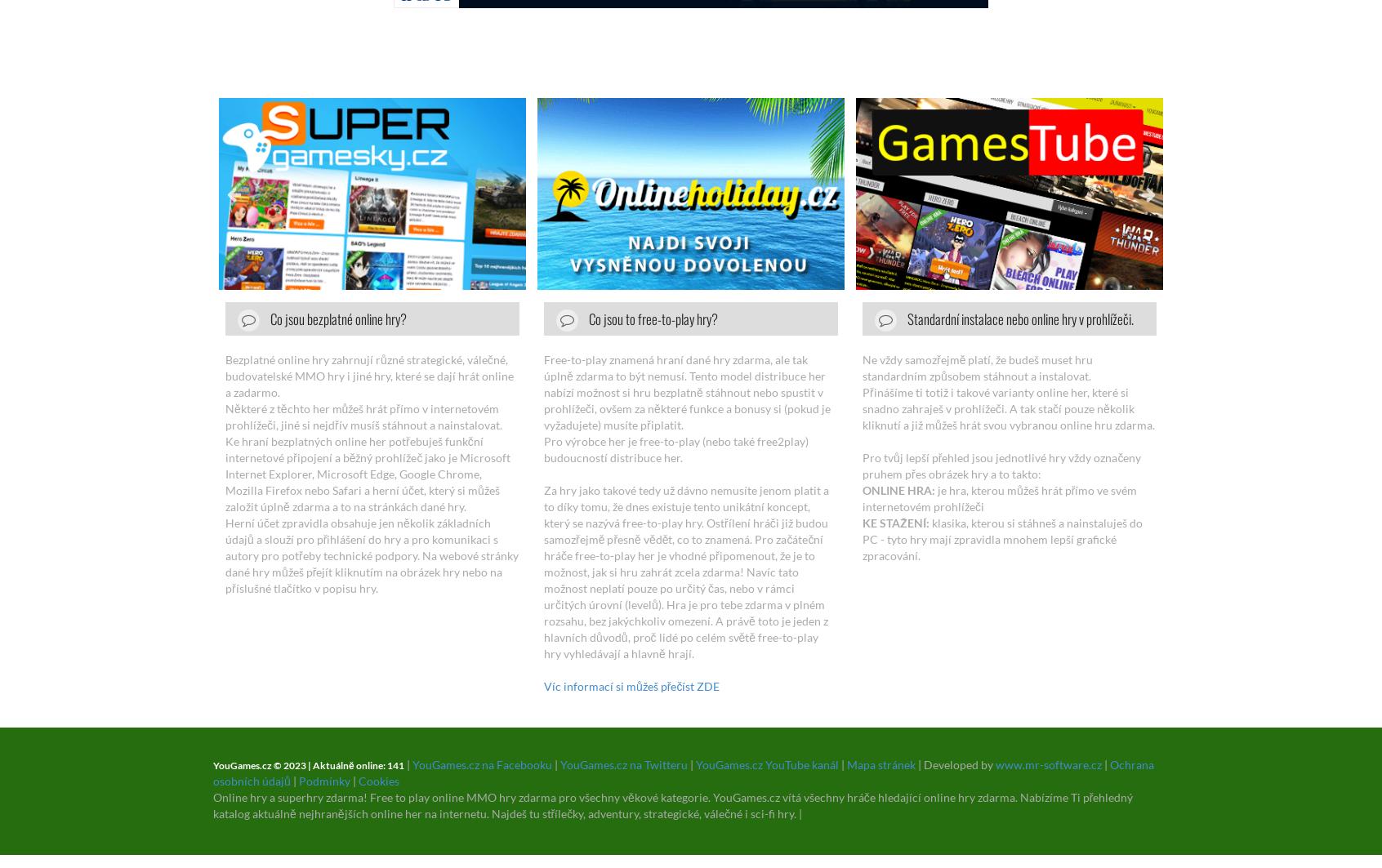 The height and width of the screenshot is (868, 1382). What do you see at coordinates (880, 763) in the screenshot?
I see `'Mapa stránek'` at bounding box center [880, 763].